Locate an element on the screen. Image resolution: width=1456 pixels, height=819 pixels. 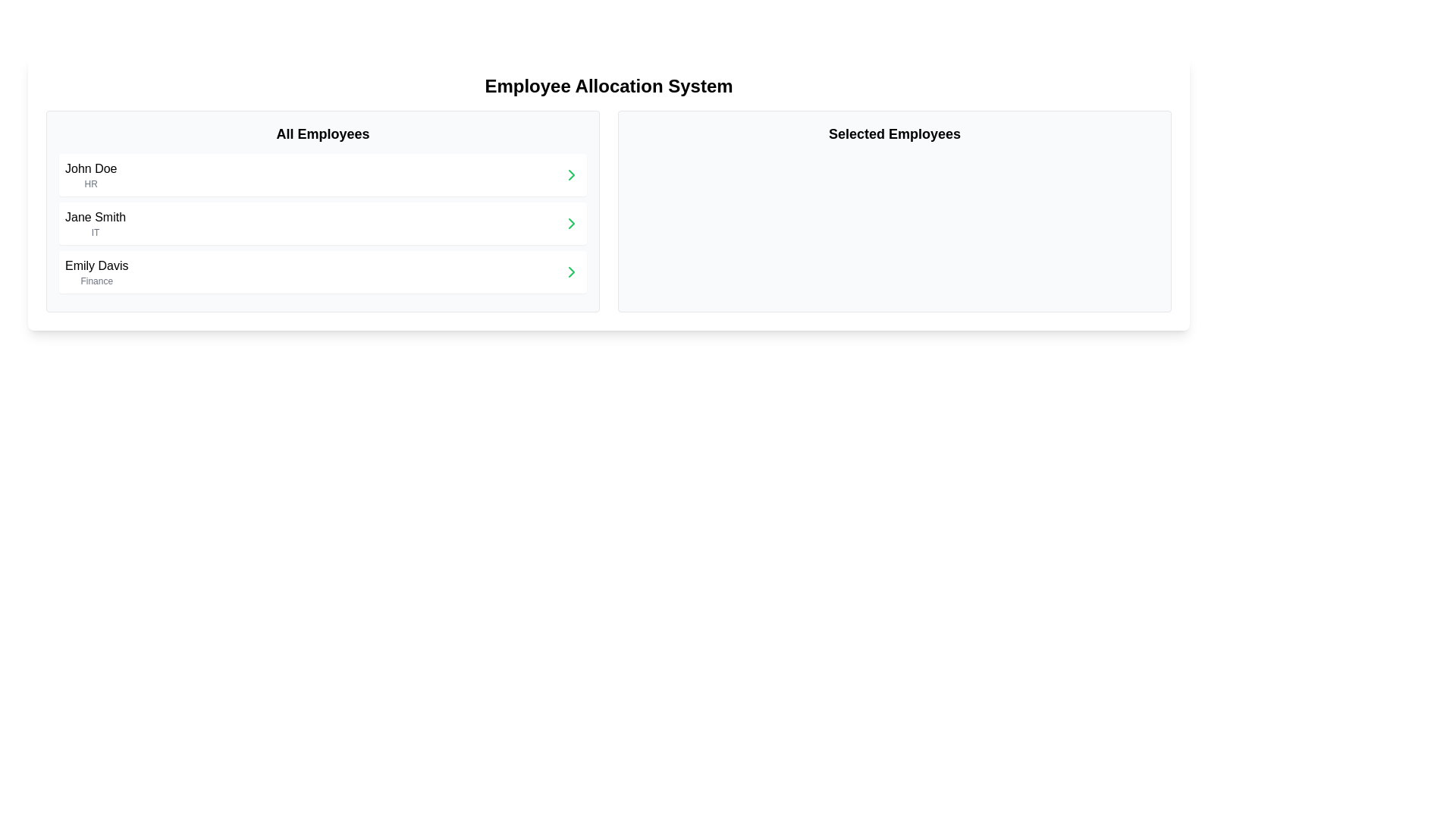
the rightward-pointing chevron icon associated with the employee 'Emily Davis' is located at coordinates (570, 271).